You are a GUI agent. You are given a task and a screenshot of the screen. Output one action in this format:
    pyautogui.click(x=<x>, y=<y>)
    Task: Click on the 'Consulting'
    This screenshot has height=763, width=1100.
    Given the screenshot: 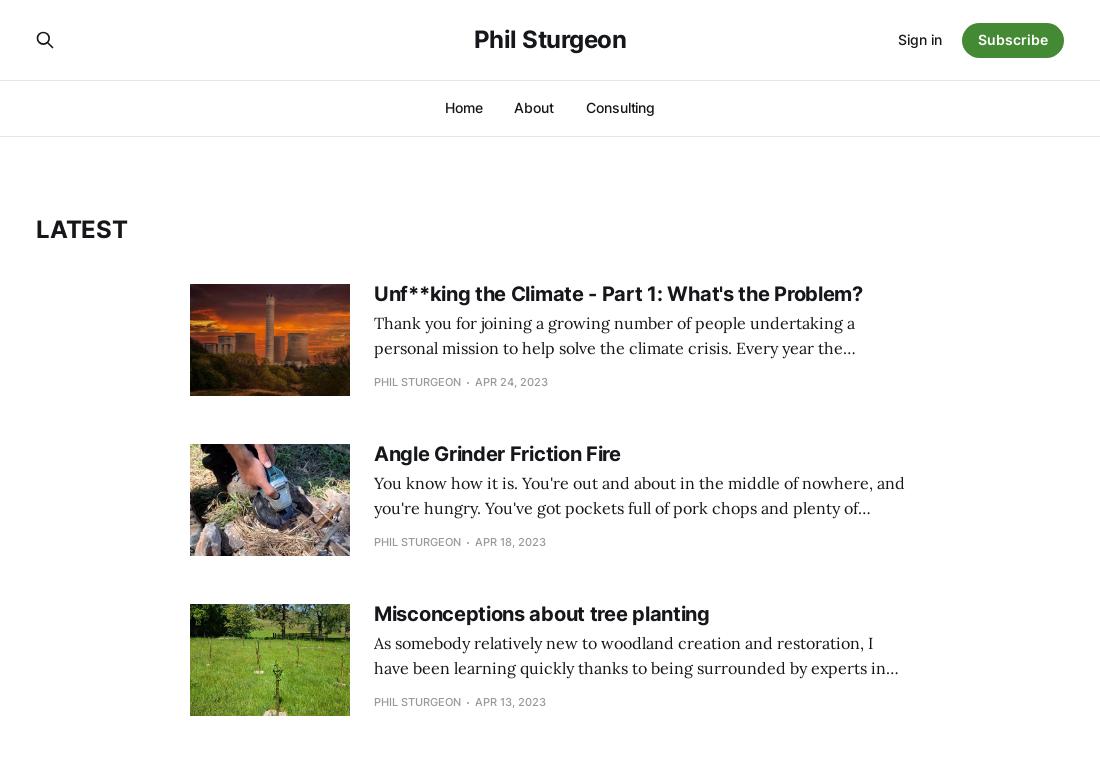 What is the action you would take?
    pyautogui.click(x=620, y=106)
    